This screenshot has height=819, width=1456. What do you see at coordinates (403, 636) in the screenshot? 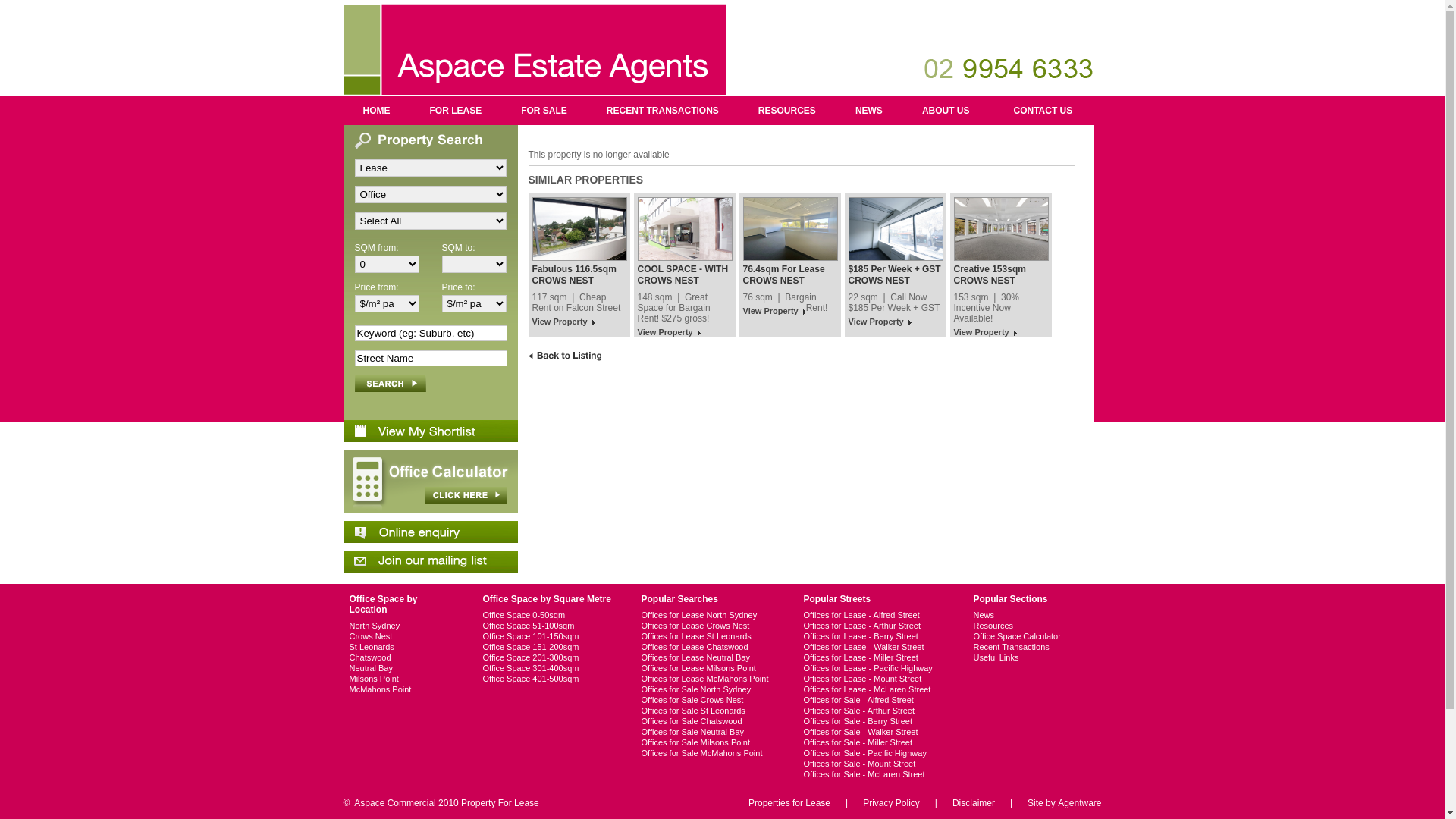
I see `'Crows Nest'` at bounding box center [403, 636].